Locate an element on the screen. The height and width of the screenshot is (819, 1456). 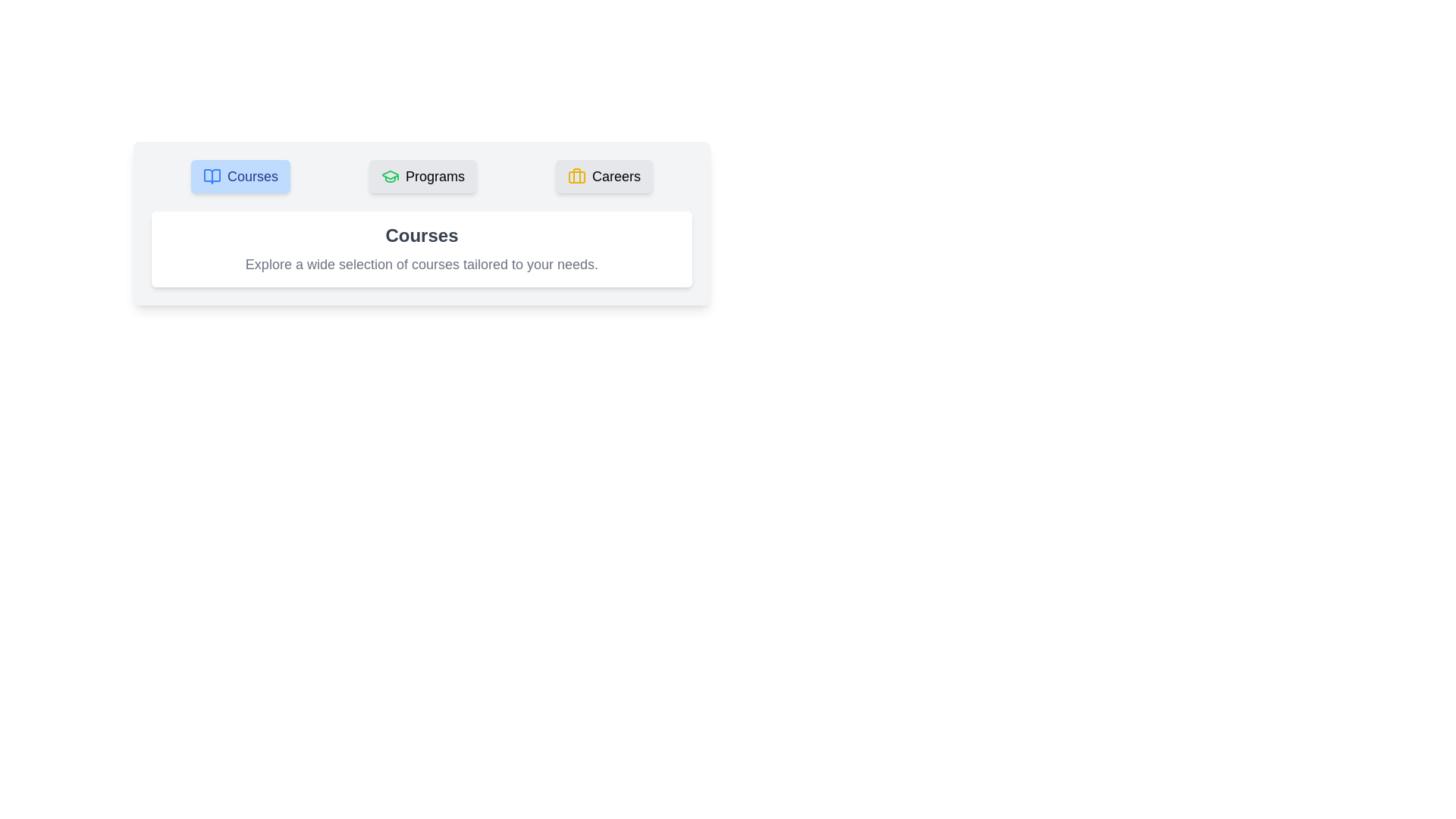
the tab labeled Programs is located at coordinates (422, 175).